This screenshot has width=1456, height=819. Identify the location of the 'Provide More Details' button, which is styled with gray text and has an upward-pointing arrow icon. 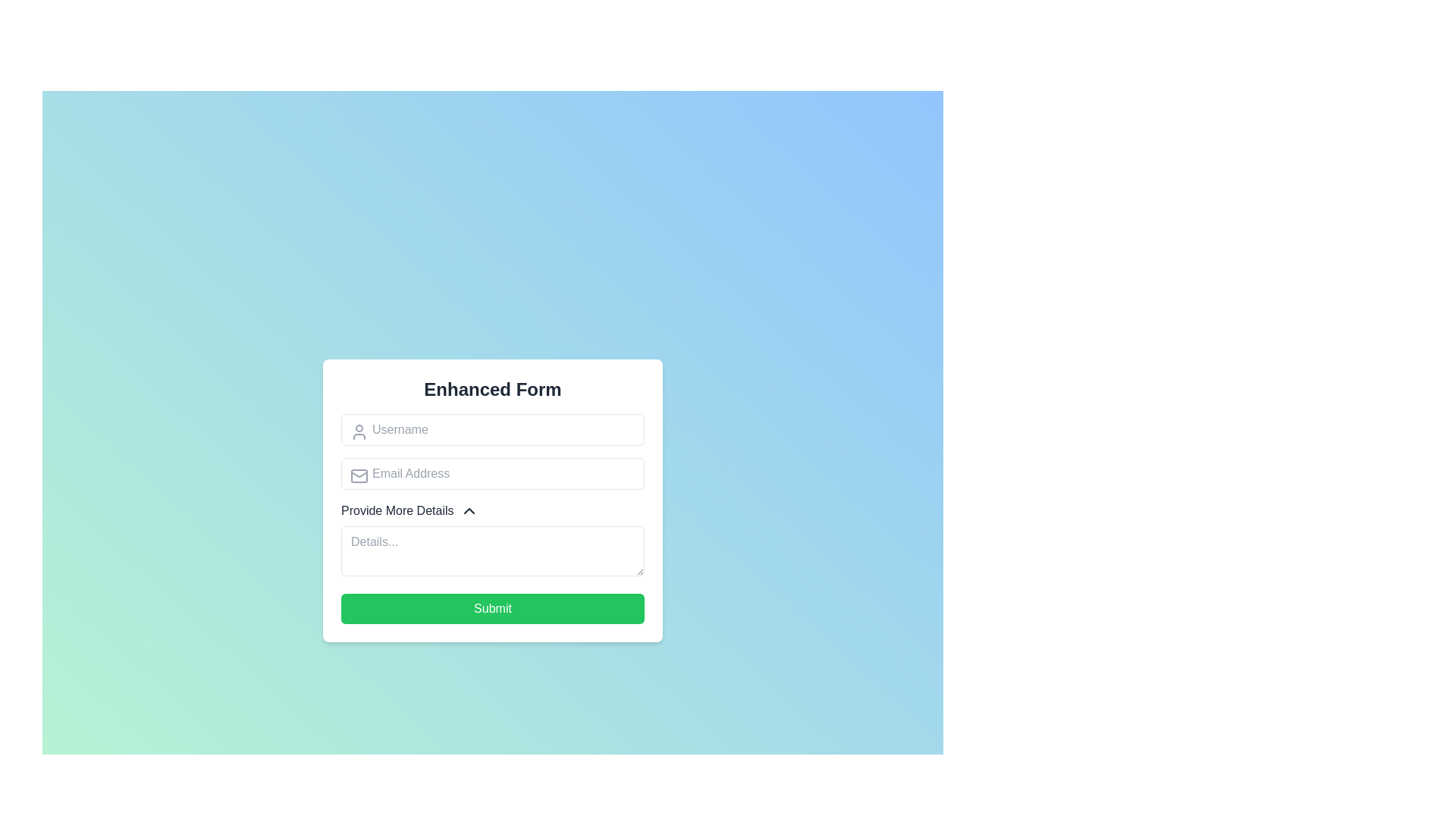
(409, 510).